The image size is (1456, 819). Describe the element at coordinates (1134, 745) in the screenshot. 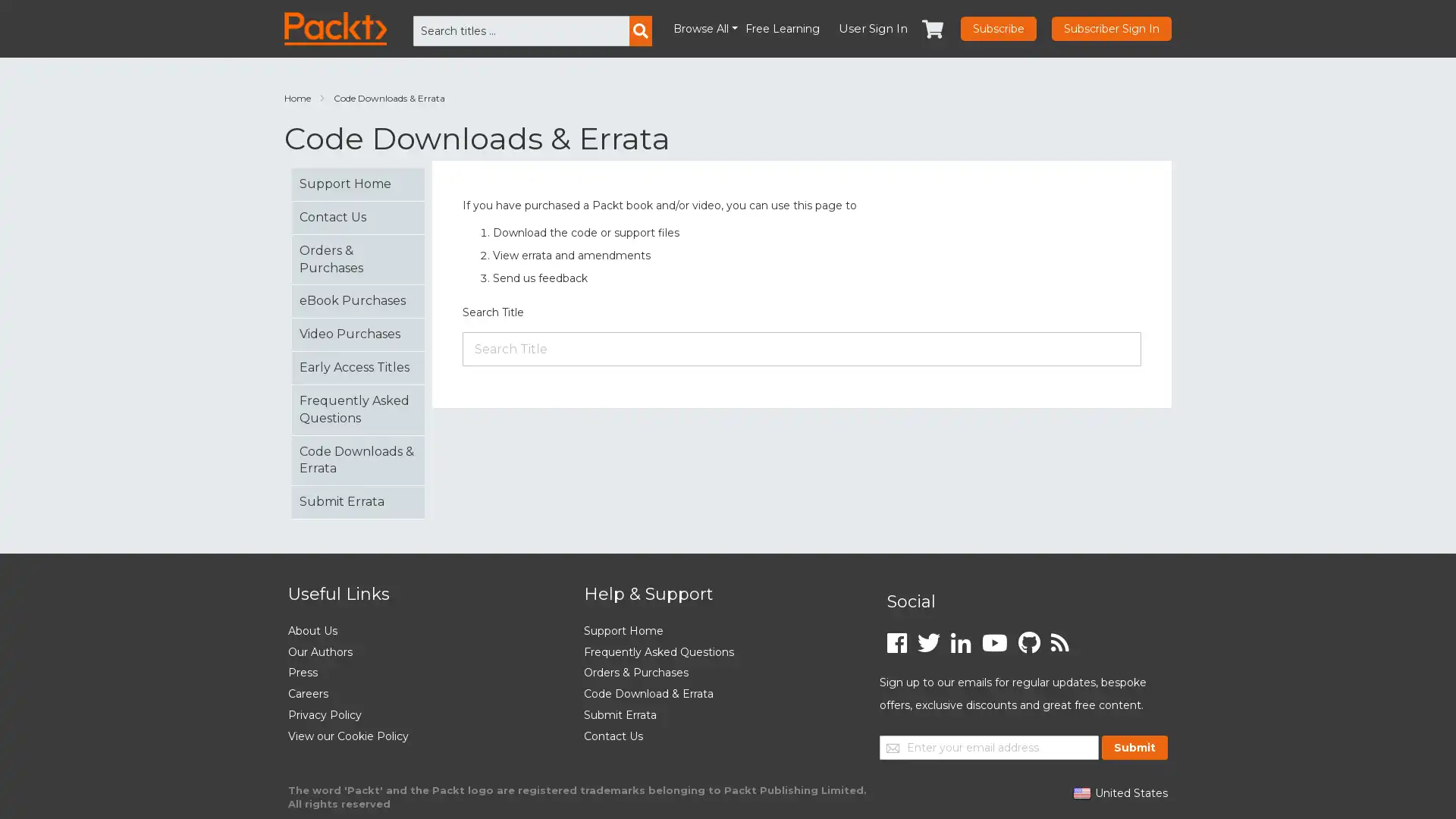

I see `Submit` at that location.